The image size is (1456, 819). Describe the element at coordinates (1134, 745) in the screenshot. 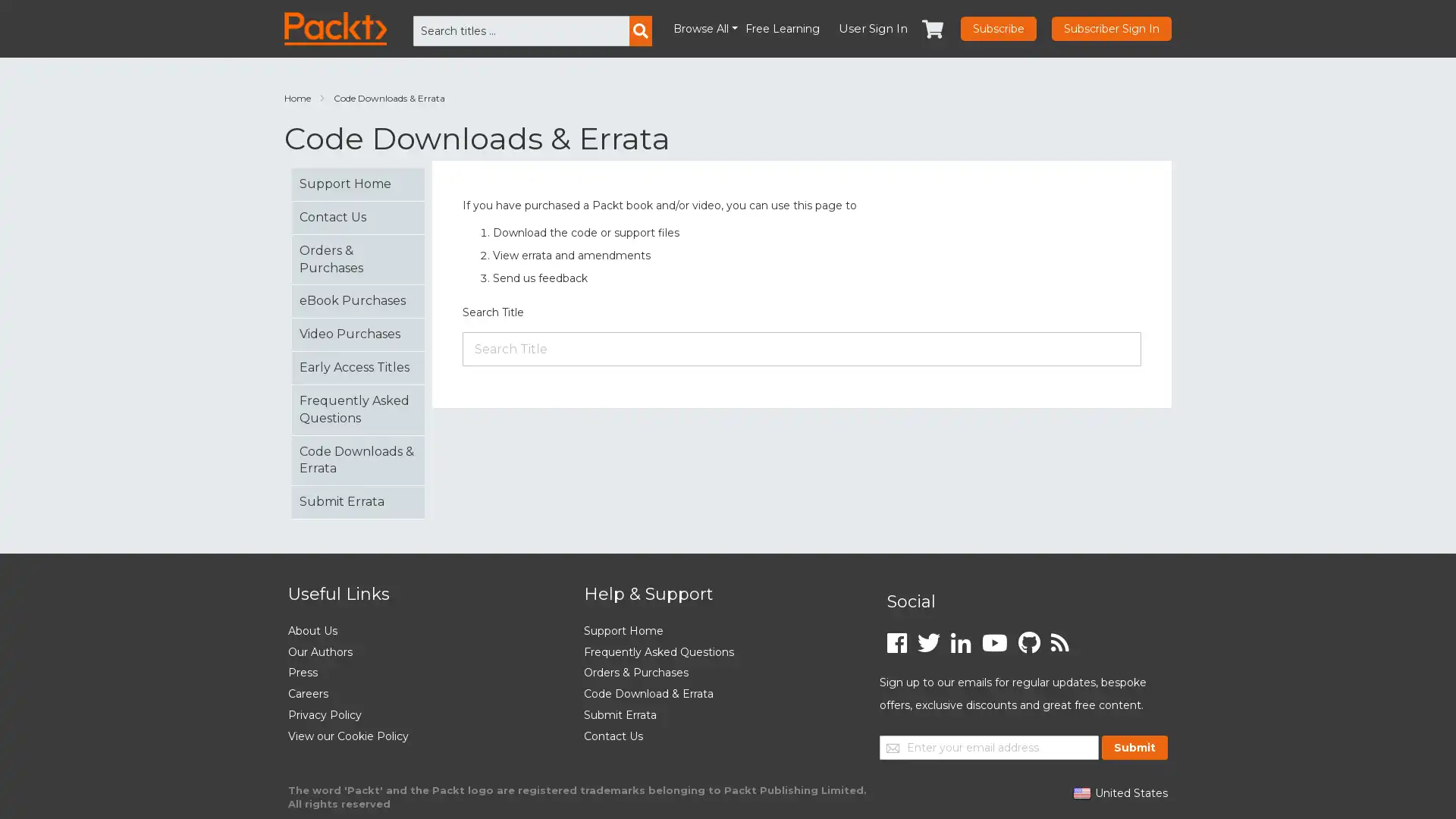

I see `Submit` at that location.